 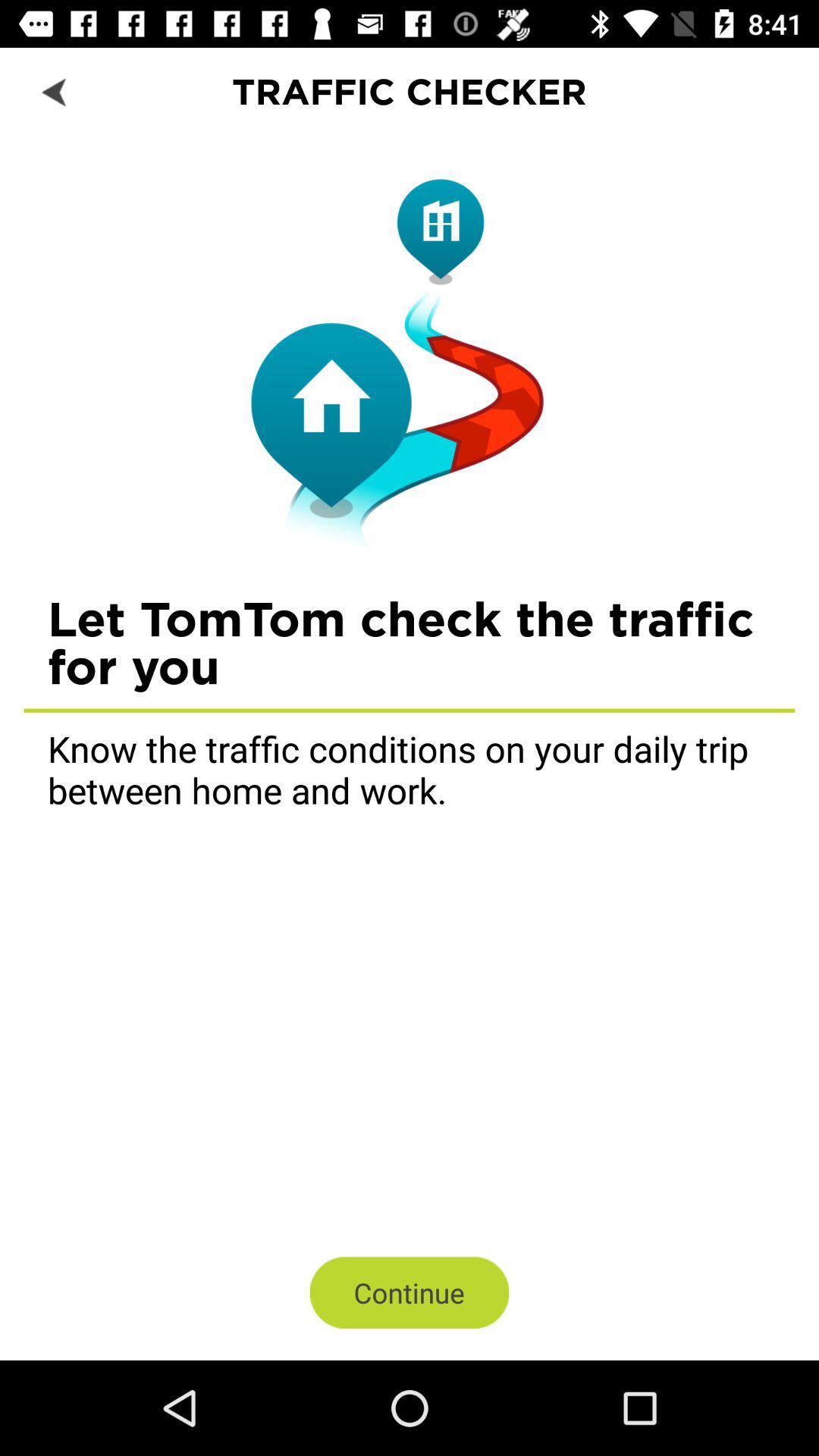 I want to click on the item to the left of the traffic checker icon, so click(x=55, y=90).